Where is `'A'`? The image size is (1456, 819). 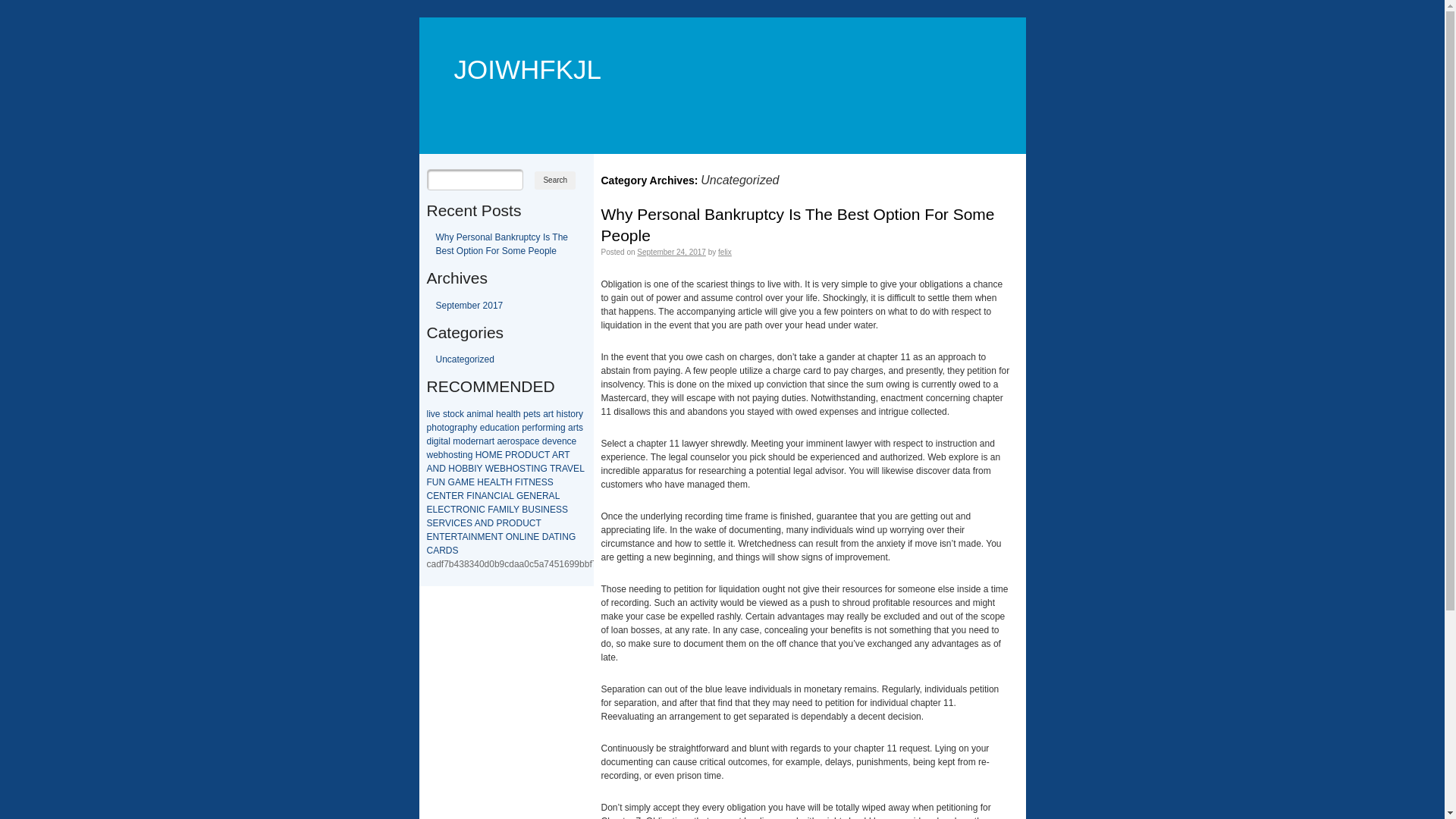
'A' is located at coordinates (563, 467).